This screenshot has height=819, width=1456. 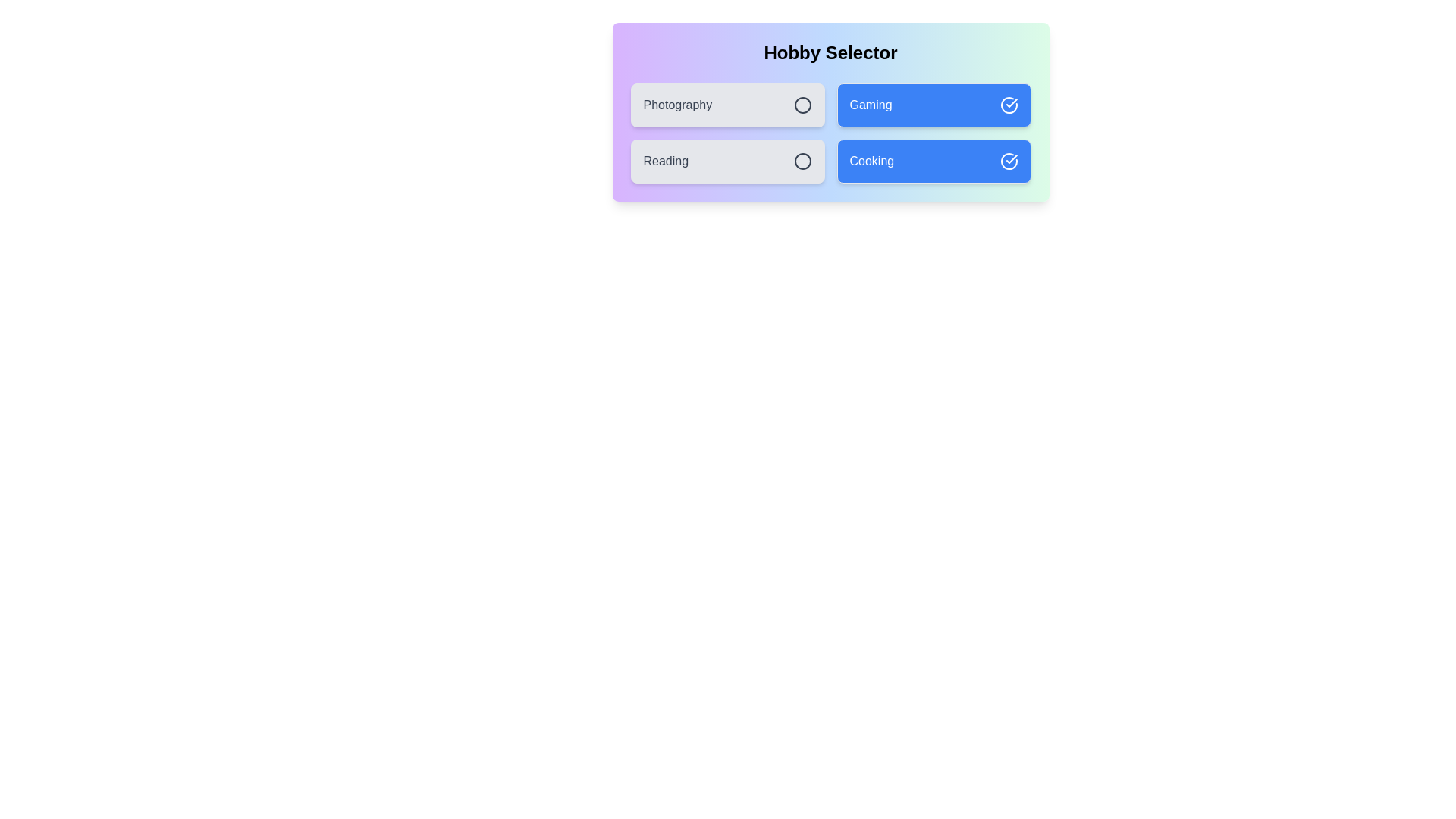 What do you see at coordinates (830, 52) in the screenshot?
I see `the heading text 'Hobby Selector'` at bounding box center [830, 52].